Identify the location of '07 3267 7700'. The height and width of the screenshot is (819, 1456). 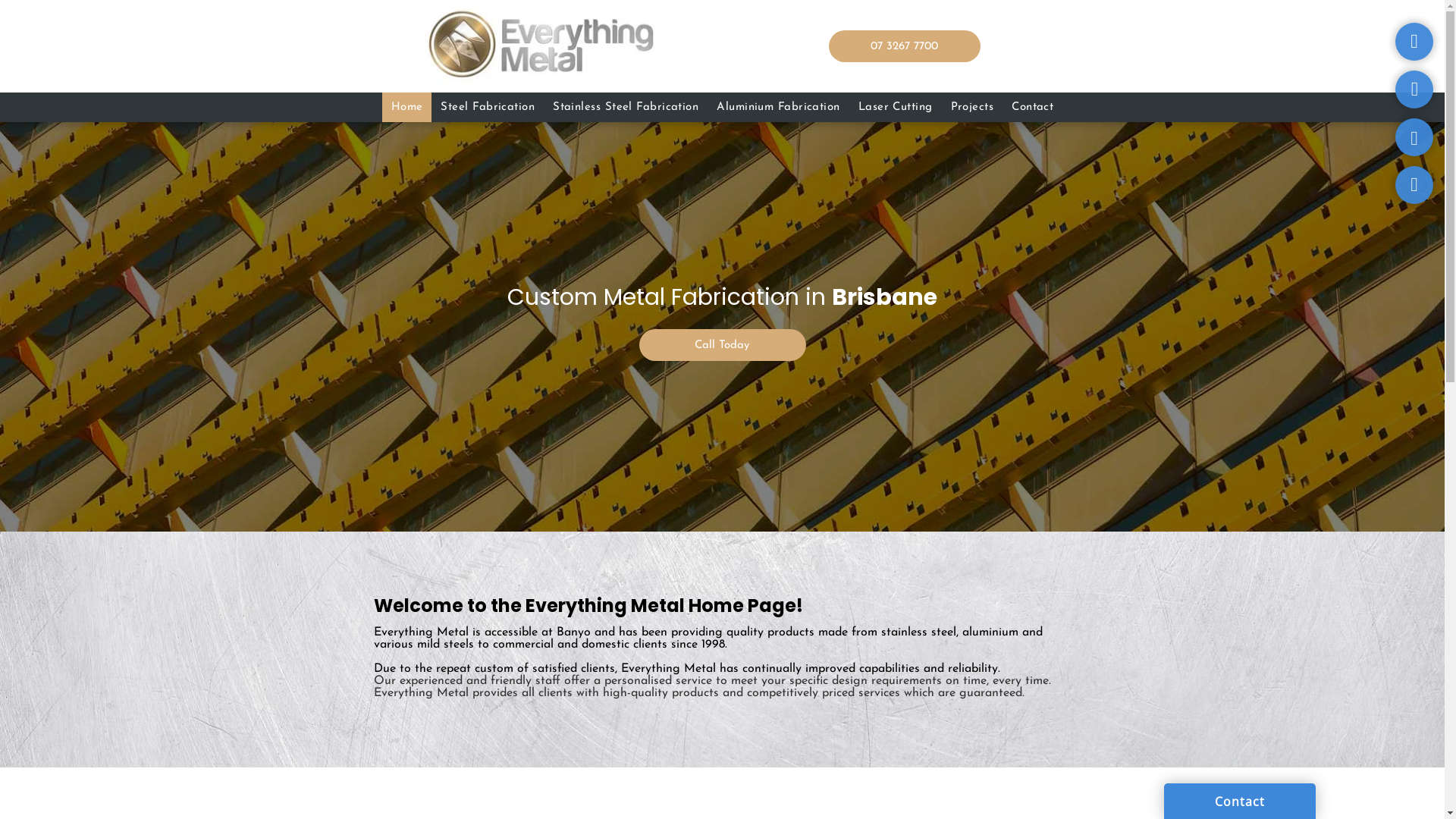
(903, 45).